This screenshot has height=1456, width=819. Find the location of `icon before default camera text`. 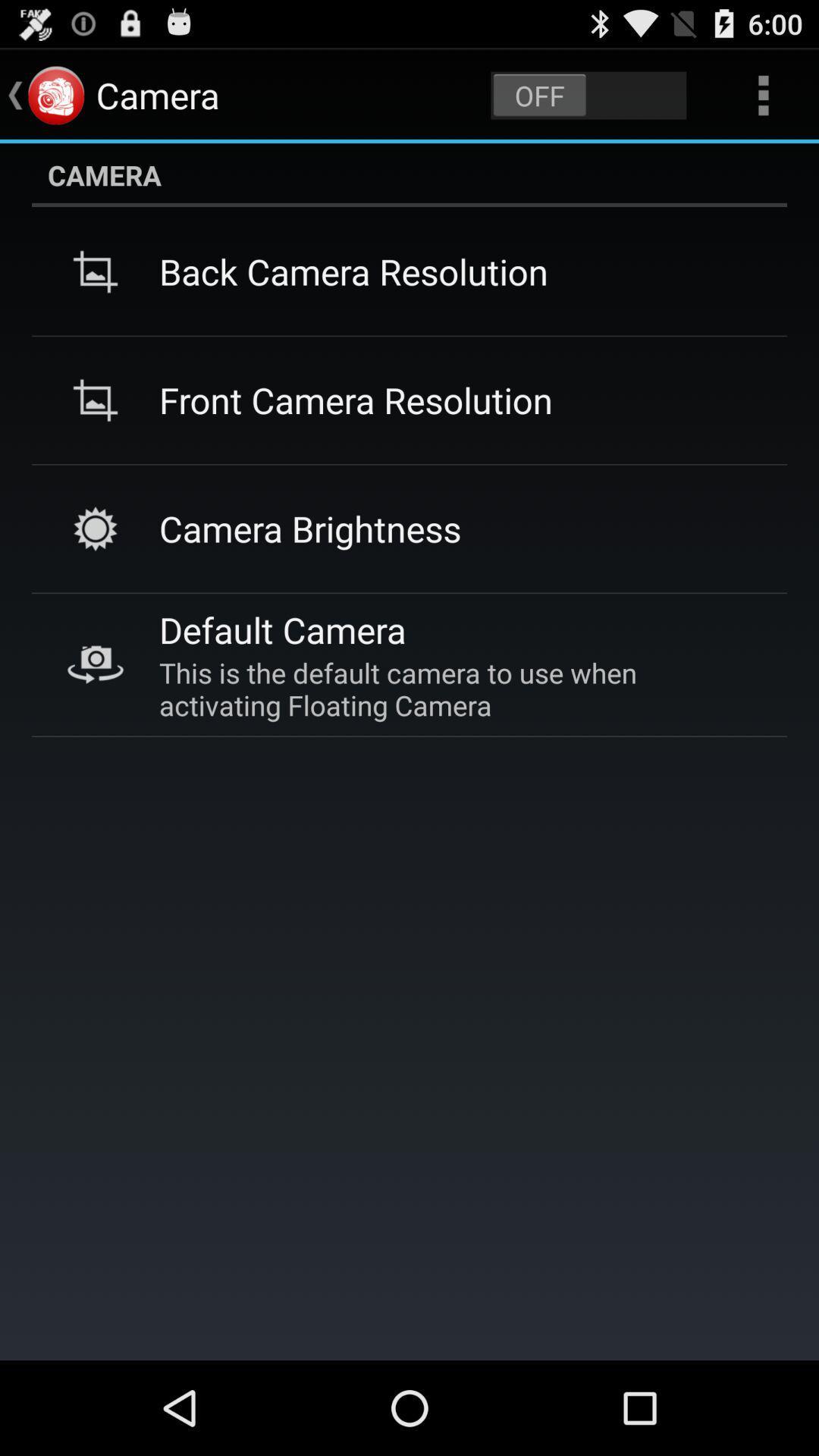

icon before default camera text is located at coordinates (96, 665).